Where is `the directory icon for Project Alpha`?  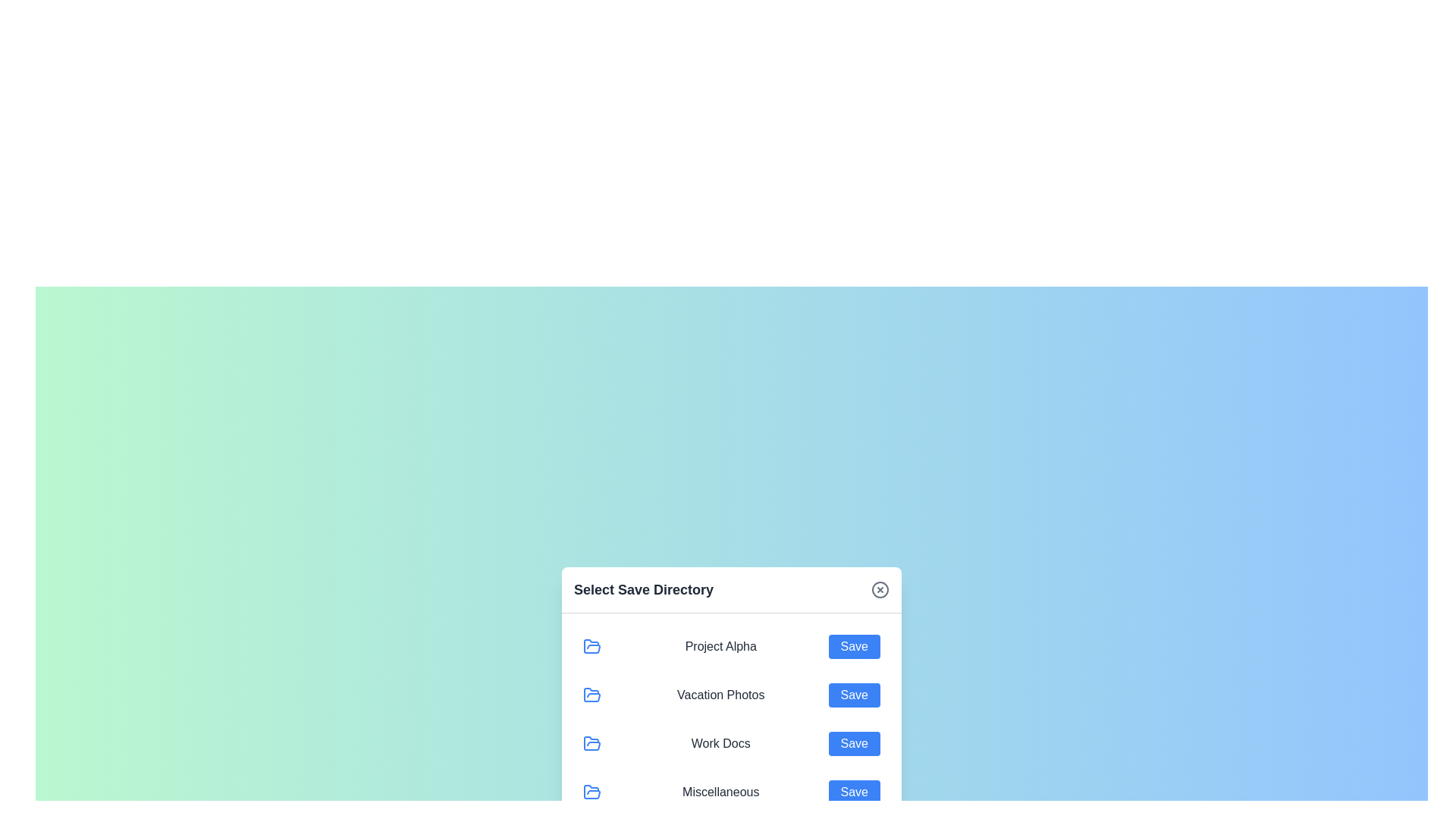
the directory icon for Project Alpha is located at coordinates (591, 646).